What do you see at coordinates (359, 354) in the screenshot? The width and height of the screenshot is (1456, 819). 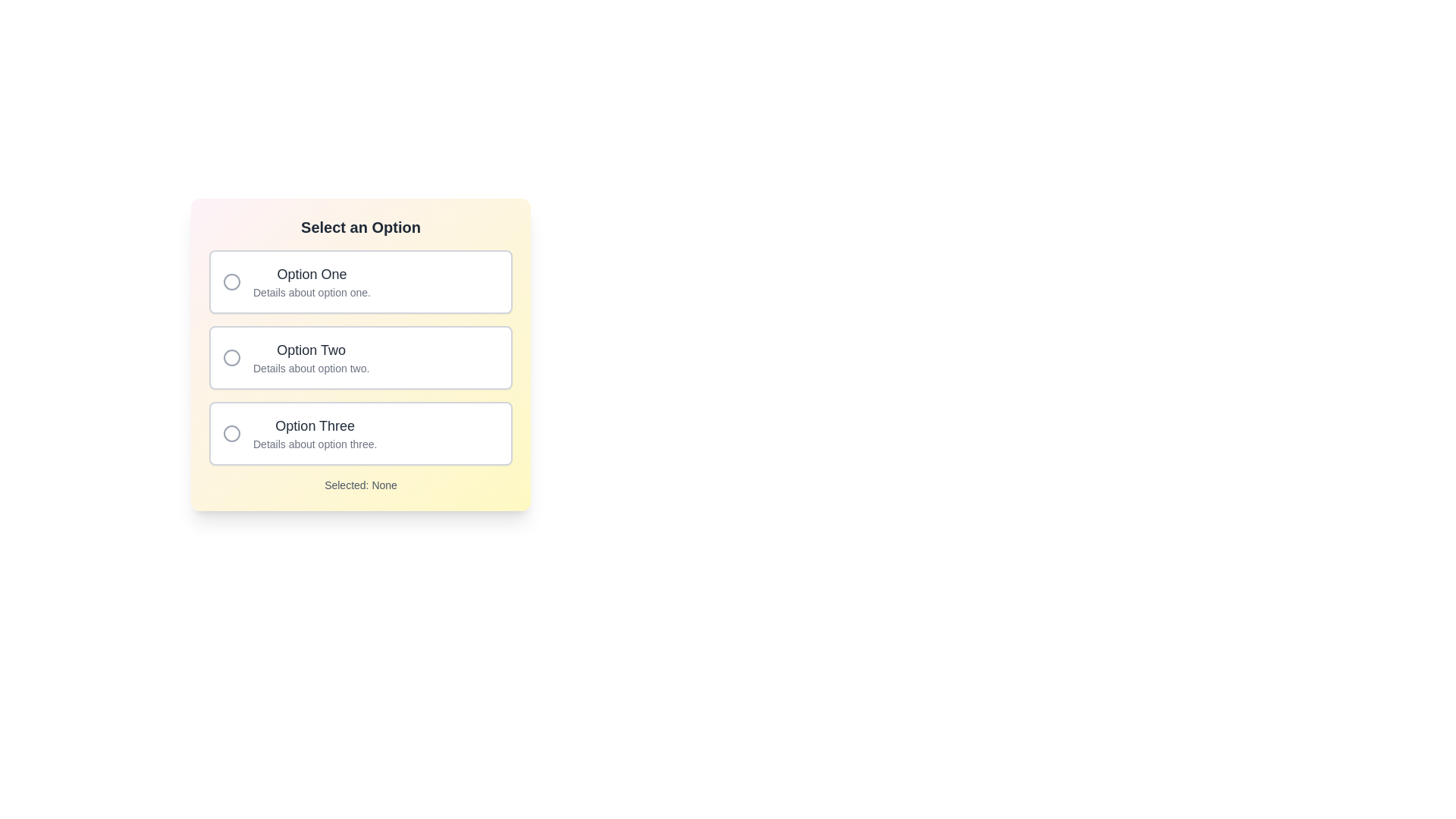 I see `the second radio button option` at bounding box center [359, 354].